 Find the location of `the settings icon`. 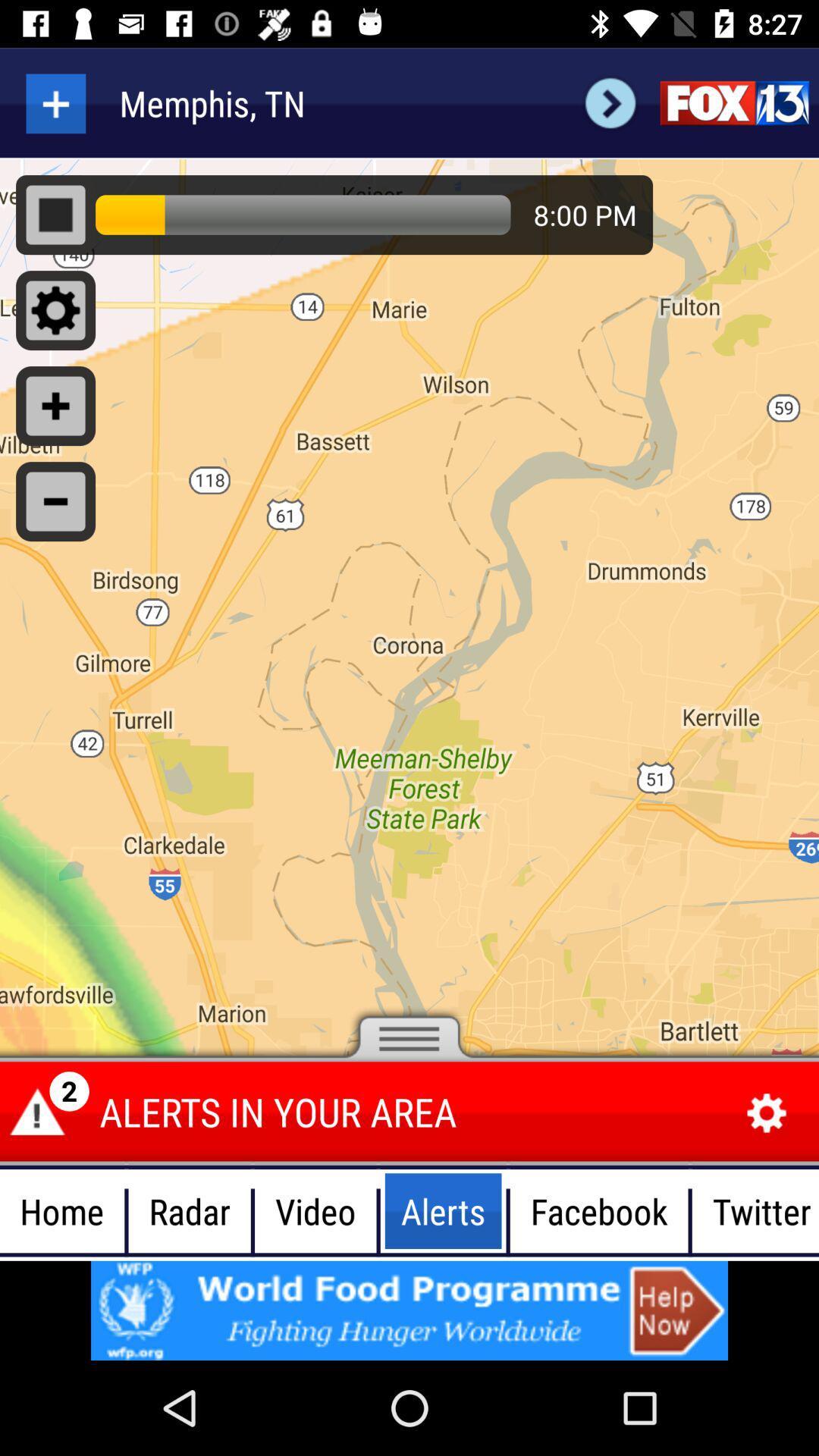

the settings icon is located at coordinates (767, 1113).